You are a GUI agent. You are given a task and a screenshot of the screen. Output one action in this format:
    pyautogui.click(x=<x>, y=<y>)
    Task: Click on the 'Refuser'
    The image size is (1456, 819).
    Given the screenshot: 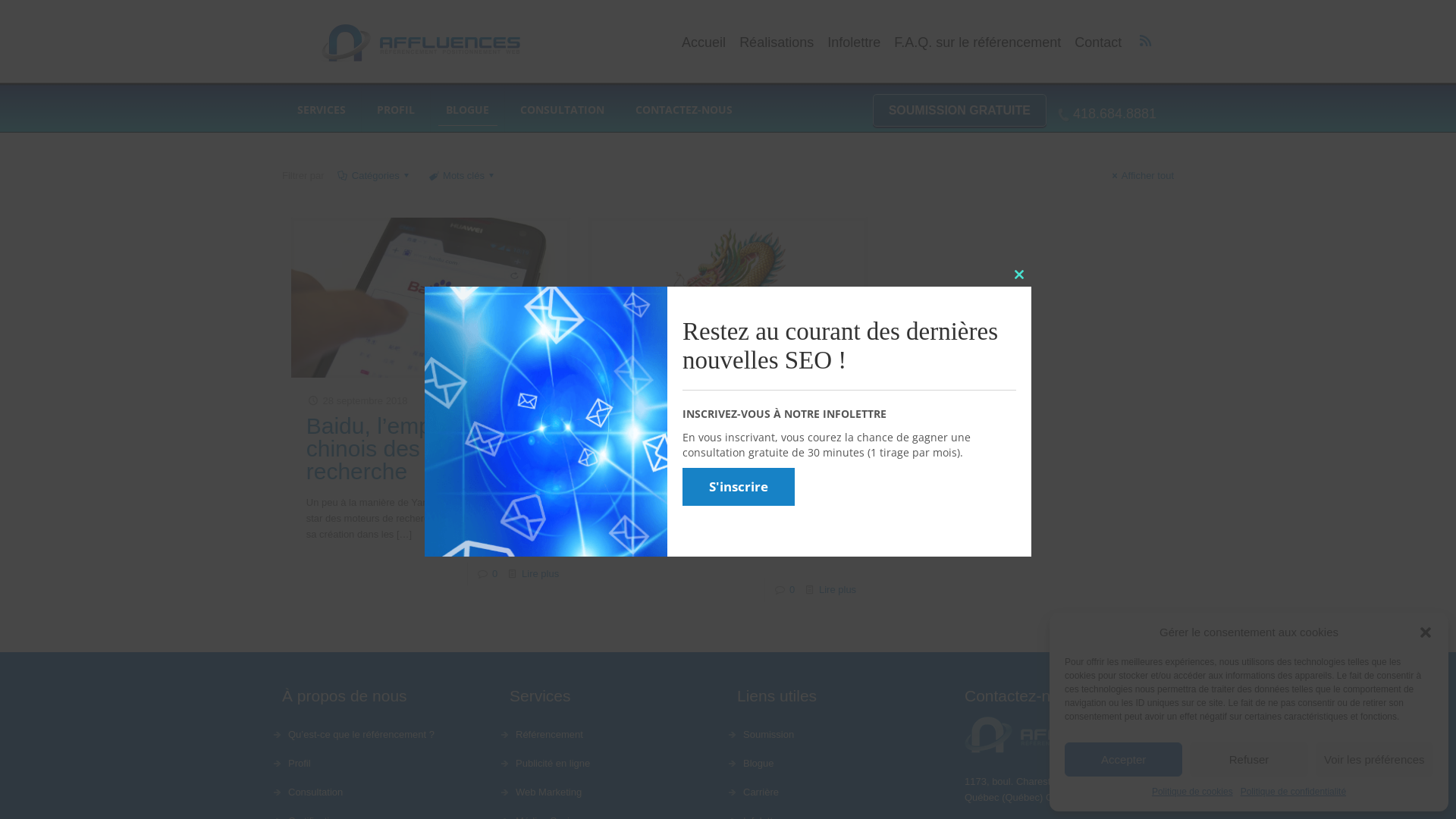 What is the action you would take?
    pyautogui.click(x=1248, y=759)
    